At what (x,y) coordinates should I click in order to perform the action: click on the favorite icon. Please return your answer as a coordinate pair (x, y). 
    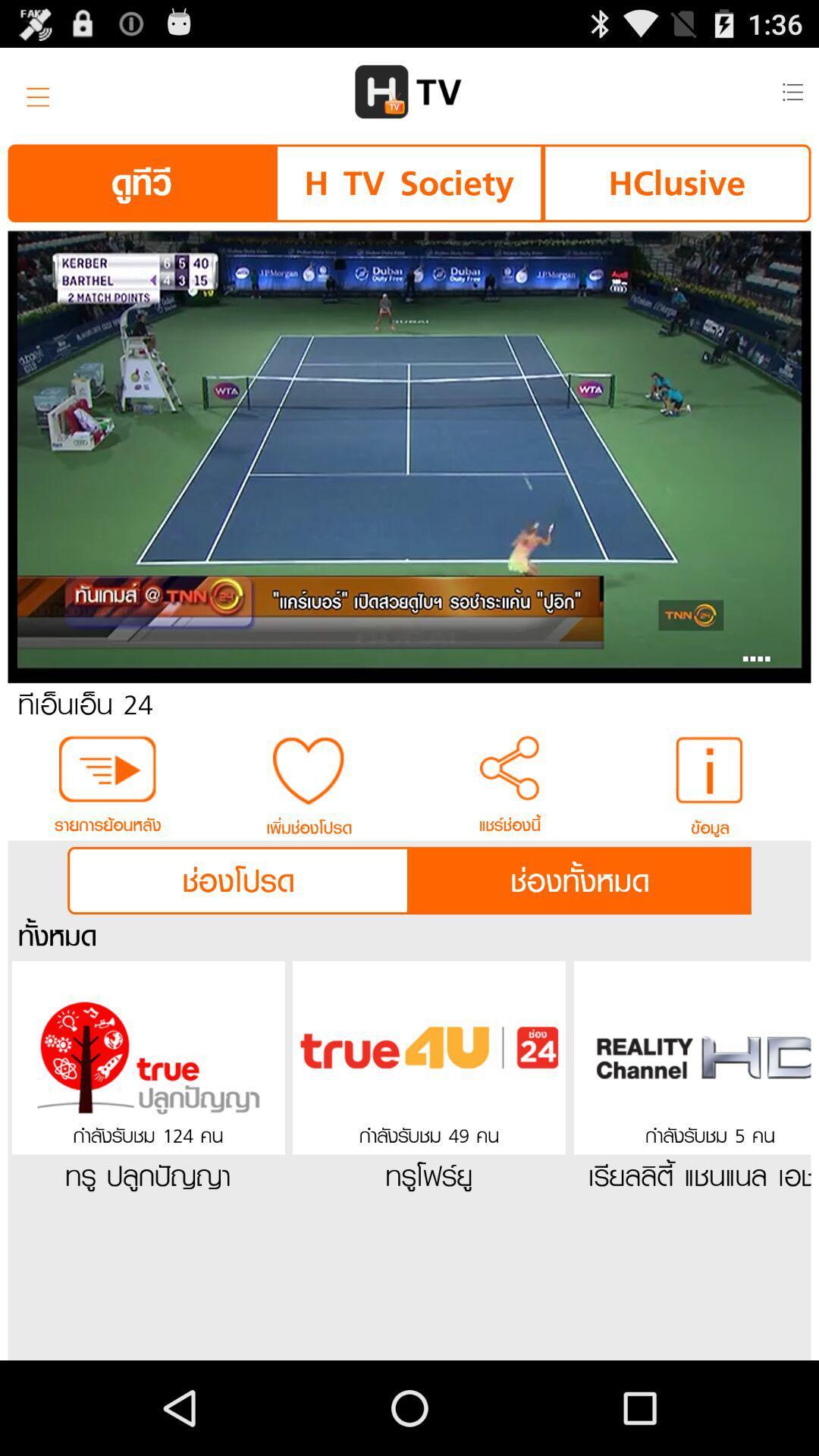
    Looking at the image, I should click on (308, 824).